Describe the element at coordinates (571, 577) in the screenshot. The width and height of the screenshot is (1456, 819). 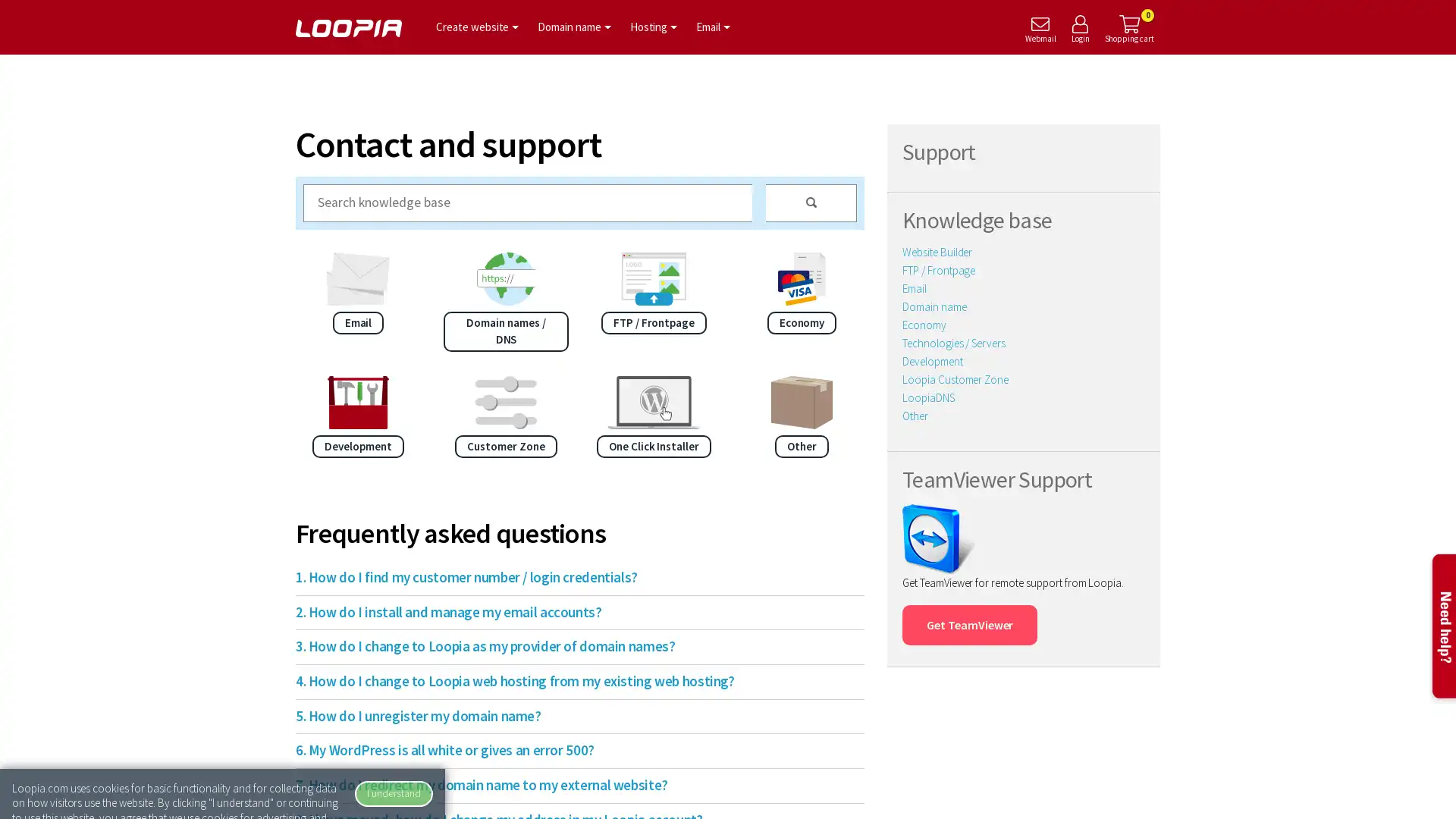
I see `1. How do I find my customer number / login credentials?` at that location.